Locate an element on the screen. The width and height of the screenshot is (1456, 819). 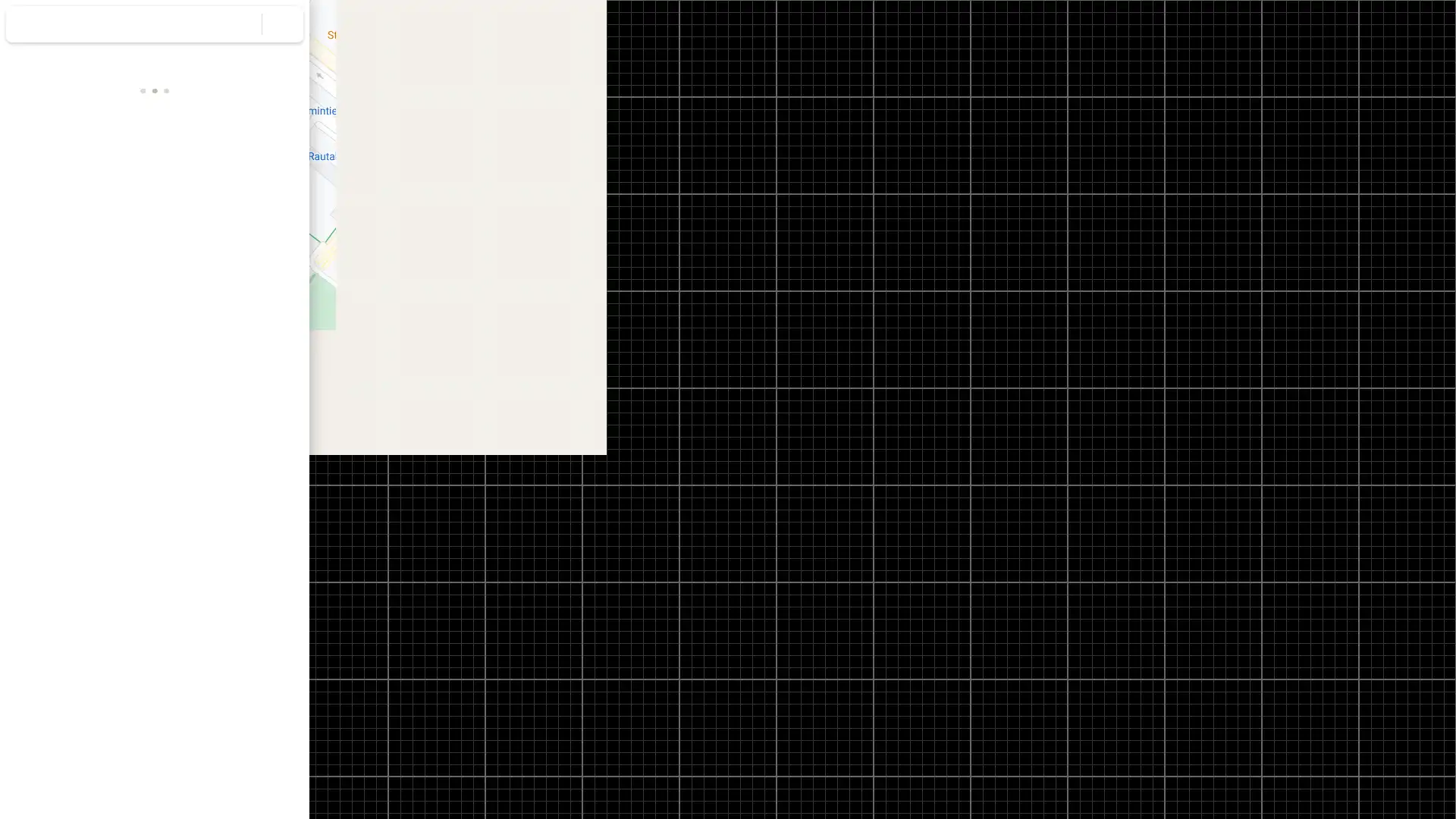
Menu is located at coordinates (27, 26).